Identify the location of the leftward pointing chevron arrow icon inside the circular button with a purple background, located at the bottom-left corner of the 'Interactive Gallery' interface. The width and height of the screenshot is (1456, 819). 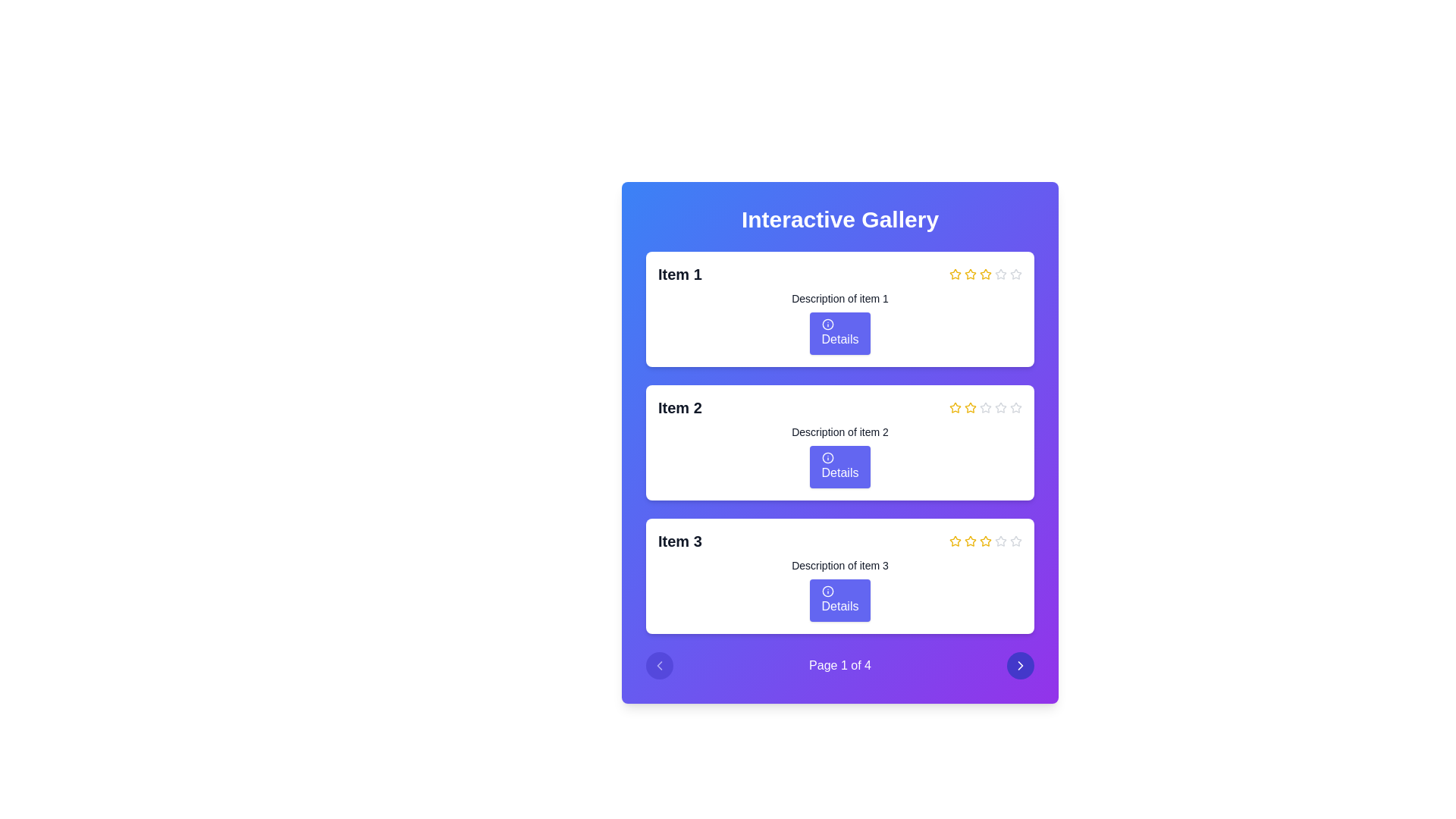
(659, 665).